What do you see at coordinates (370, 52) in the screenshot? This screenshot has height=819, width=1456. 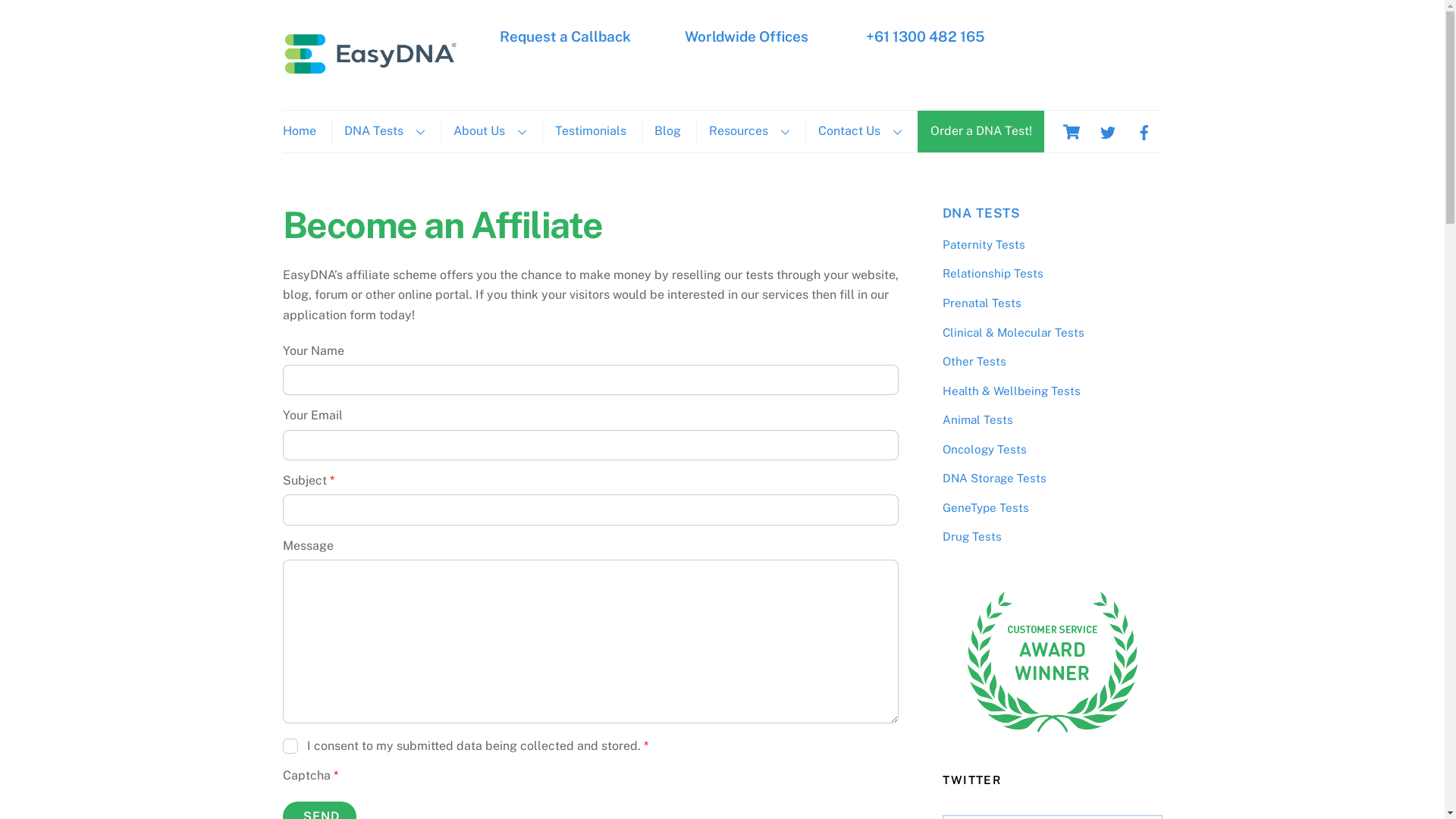 I see `'EasyDNA_Colour_Horizontal.png (2)'` at bounding box center [370, 52].